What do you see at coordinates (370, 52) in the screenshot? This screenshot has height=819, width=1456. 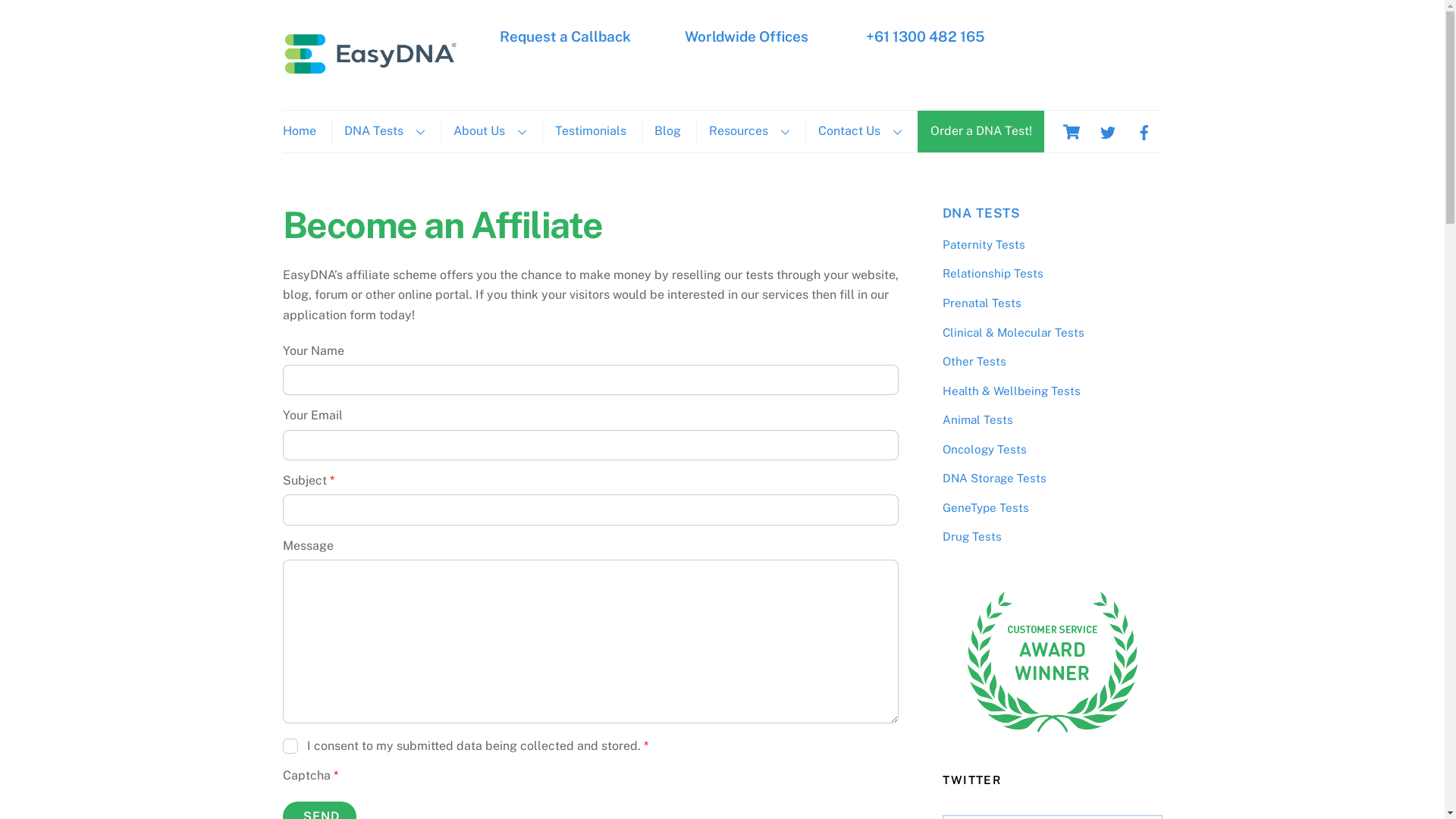 I see `'EasyDNA_Colour_Horizontal.png (2)'` at bounding box center [370, 52].